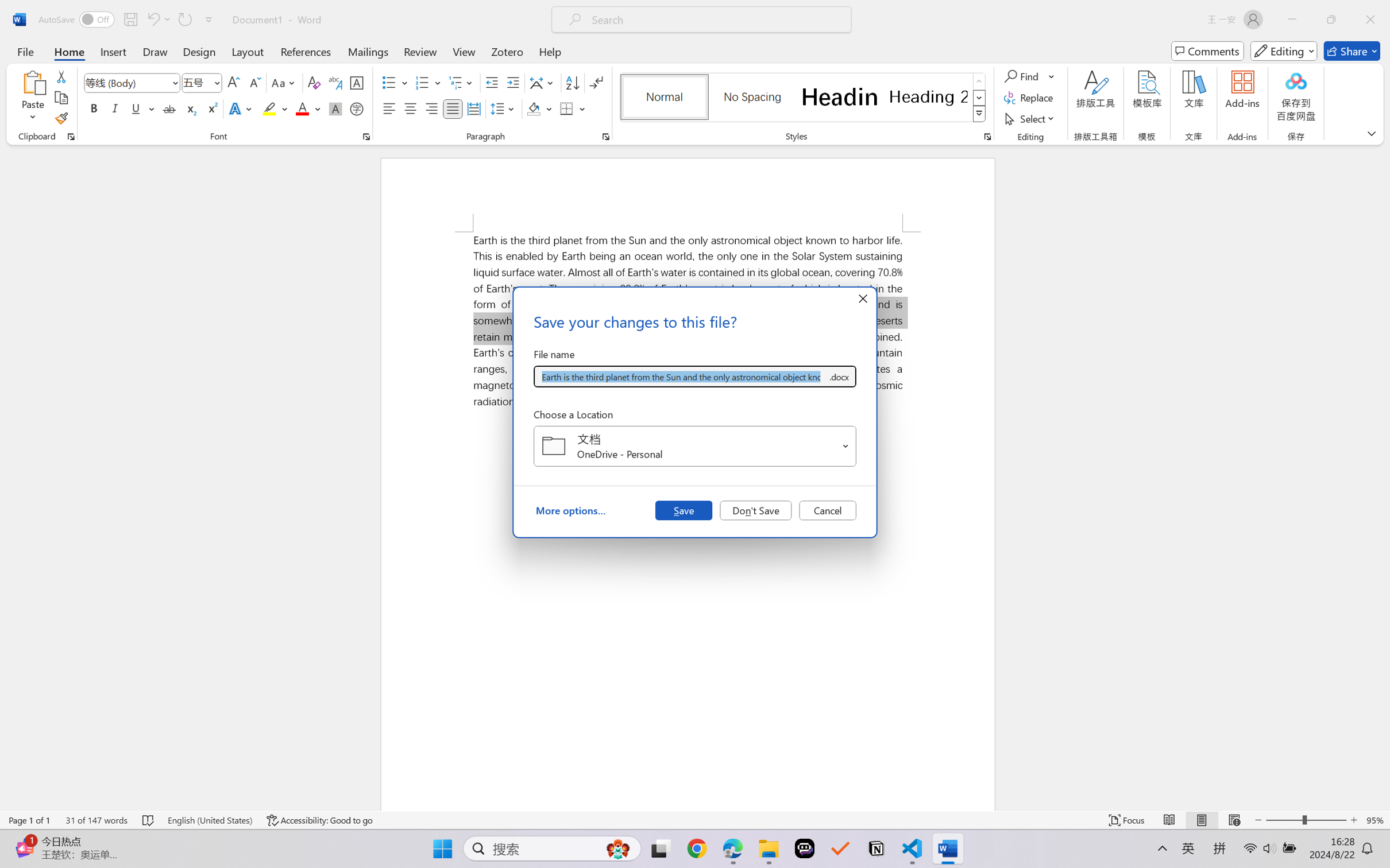 This screenshot has width=1390, height=868. I want to click on 'Don', so click(755, 509).